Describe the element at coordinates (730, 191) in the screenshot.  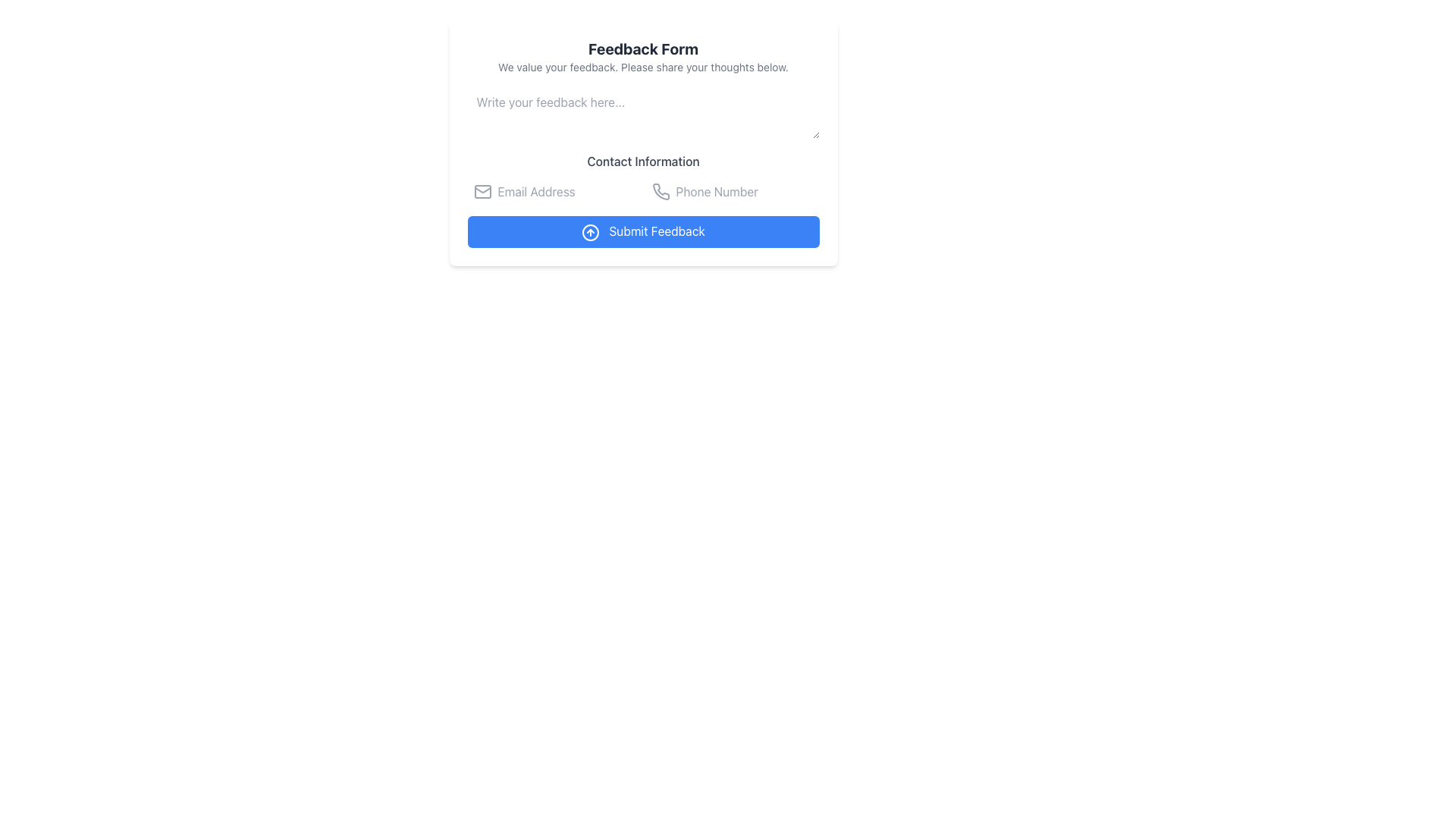
I see `the second input field for phone number entry, located under the 'Contact Information' label` at that location.